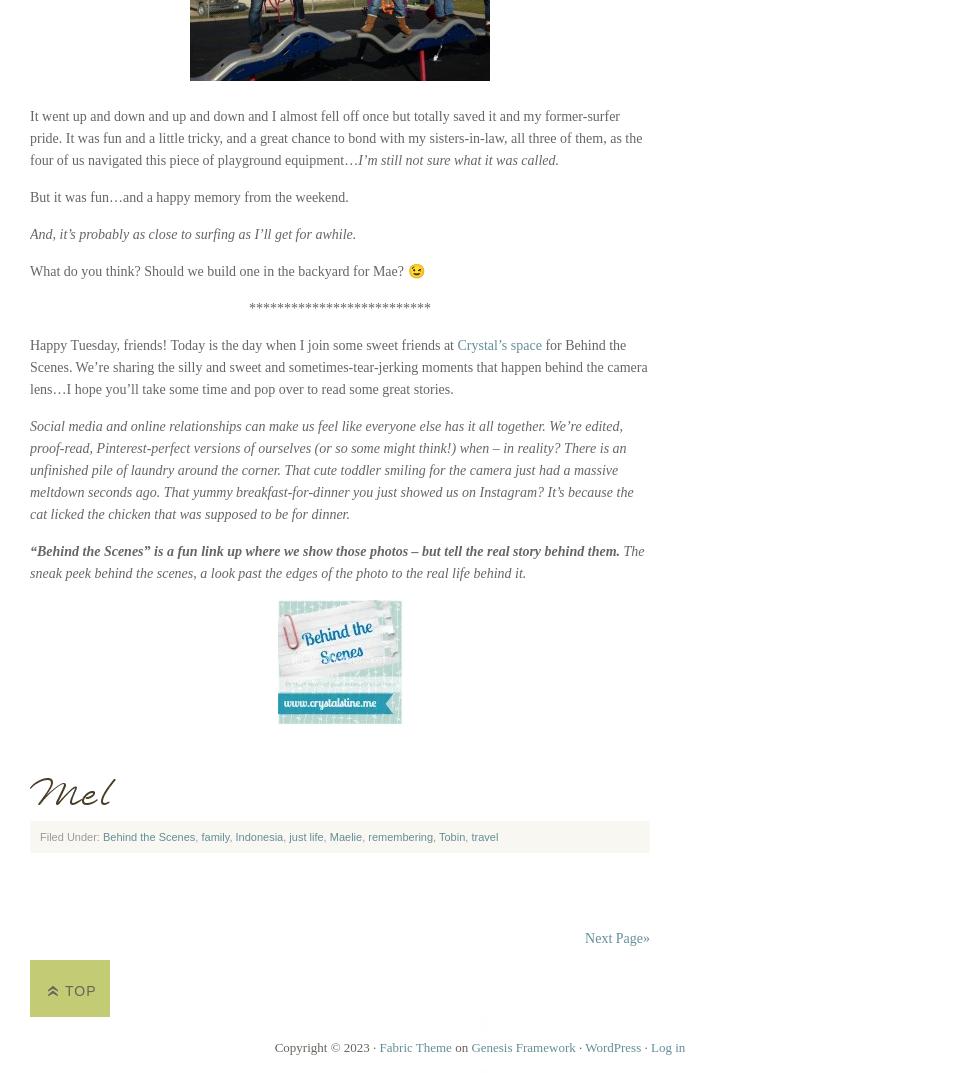 This screenshot has width=965, height=1073. I want to click on 'And, it’s probably as close to surfing as I’ll get for awhile.', so click(193, 234).